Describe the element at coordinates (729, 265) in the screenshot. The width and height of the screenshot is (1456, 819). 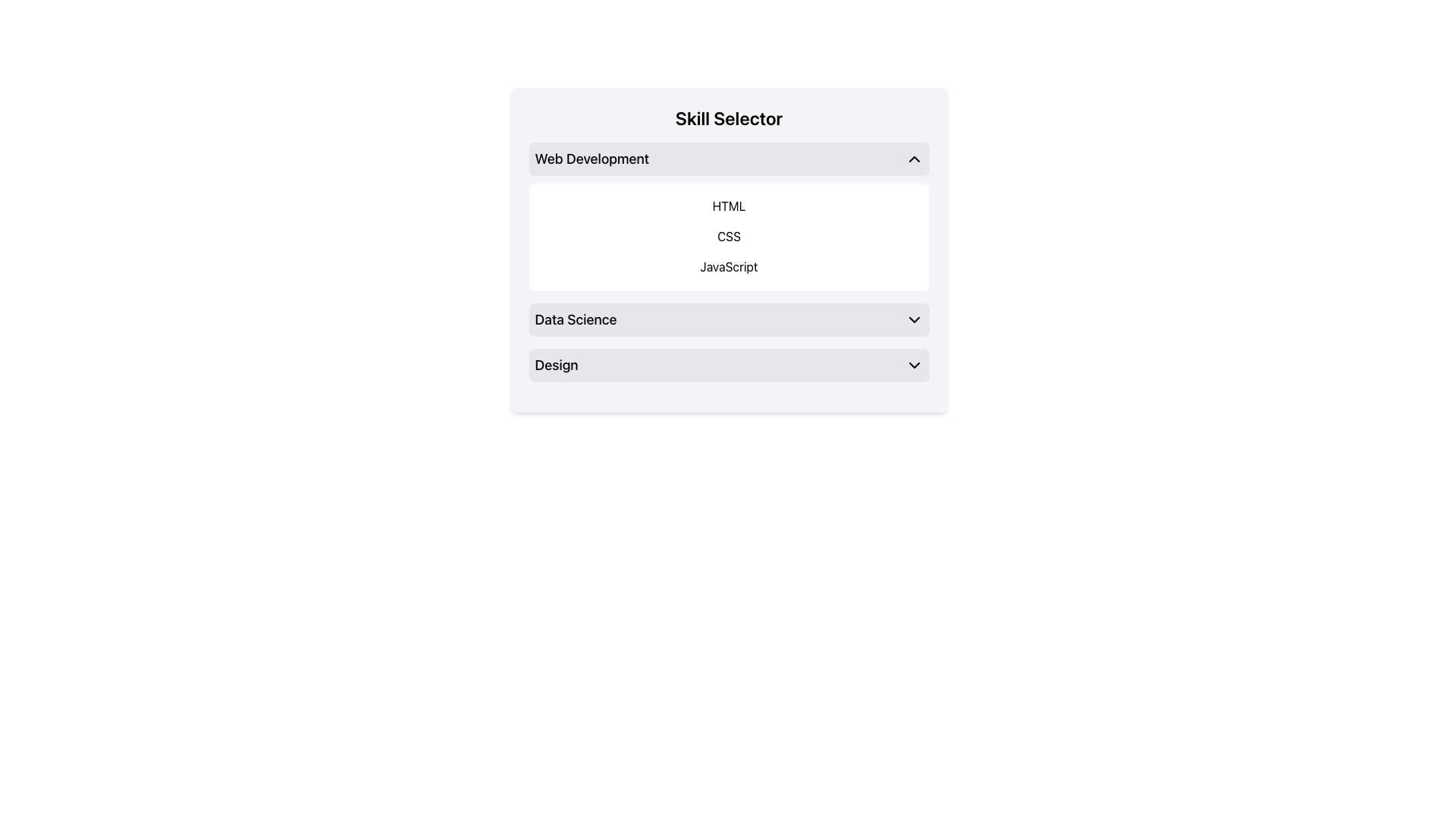
I see `the unclickable Static Text Label that signifies 'JavaScript' in the 'Web Development' section, located in the 'Skill Selector'` at that location.